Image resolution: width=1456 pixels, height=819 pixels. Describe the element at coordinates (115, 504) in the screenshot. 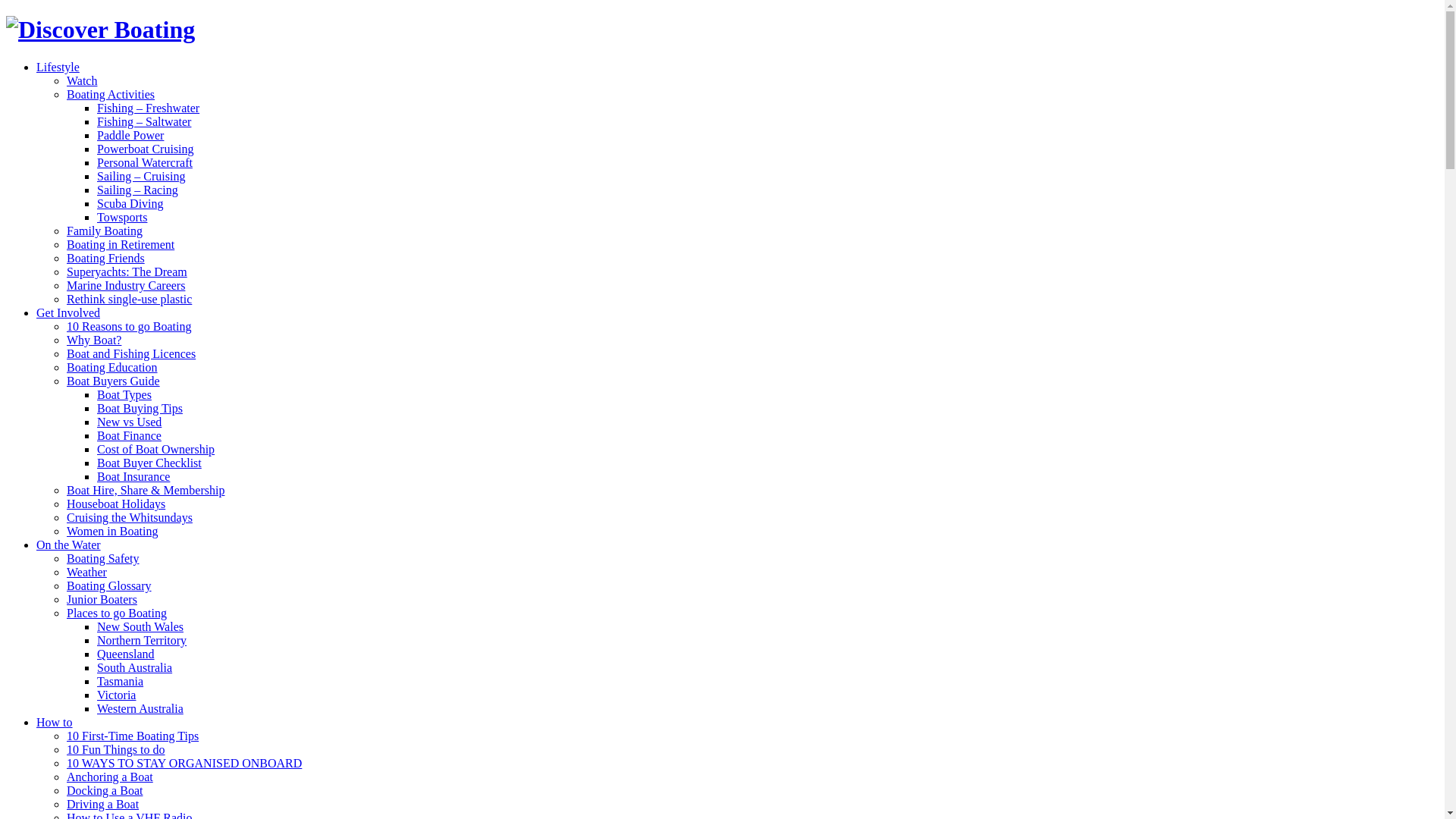

I see `'Houseboat Holidays'` at that location.